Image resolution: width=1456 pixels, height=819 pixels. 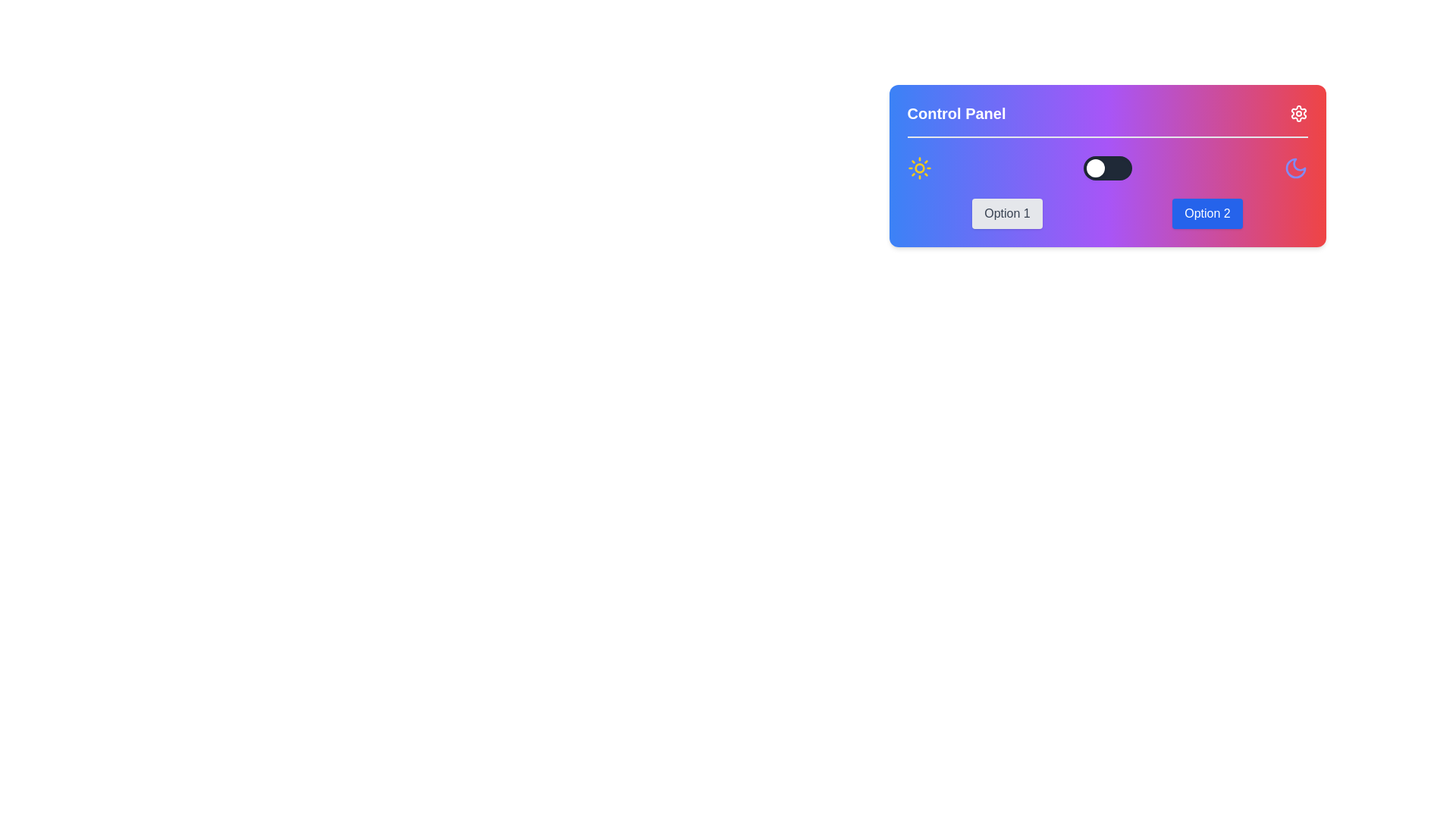 What do you see at coordinates (1107, 168) in the screenshot?
I see `the toggle switch located centrally below the 'Control Panel' title` at bounding box center [1107, 168].